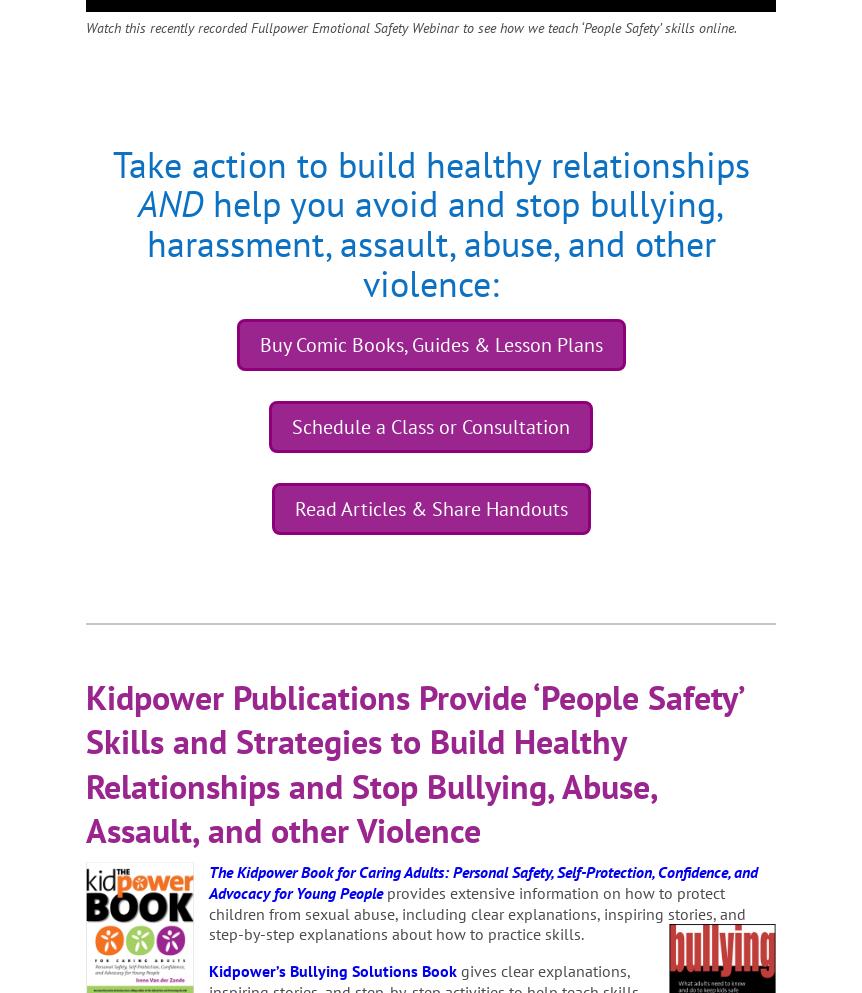 This screenshot has width=862, height=993. I want to click on 'Take action to build healthy relationships', so click(110, 162).